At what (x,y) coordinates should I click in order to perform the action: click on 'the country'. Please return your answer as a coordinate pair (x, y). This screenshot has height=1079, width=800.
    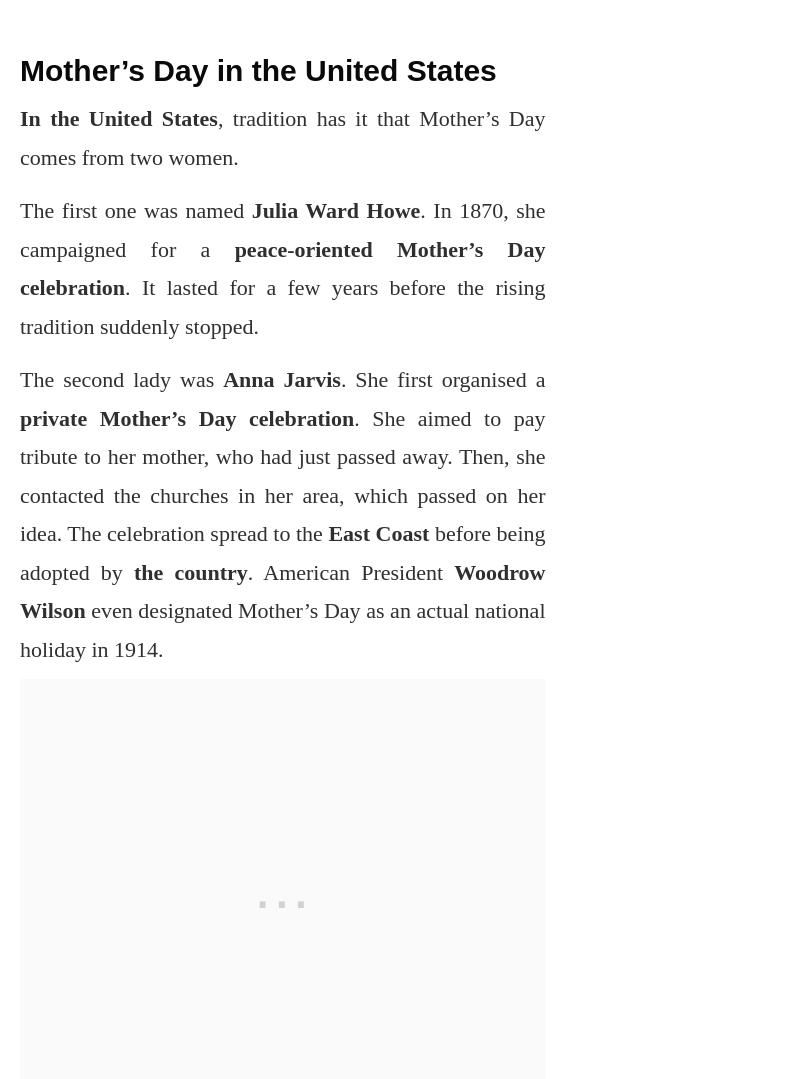
    Looking at the image, I should click on (189, 570).